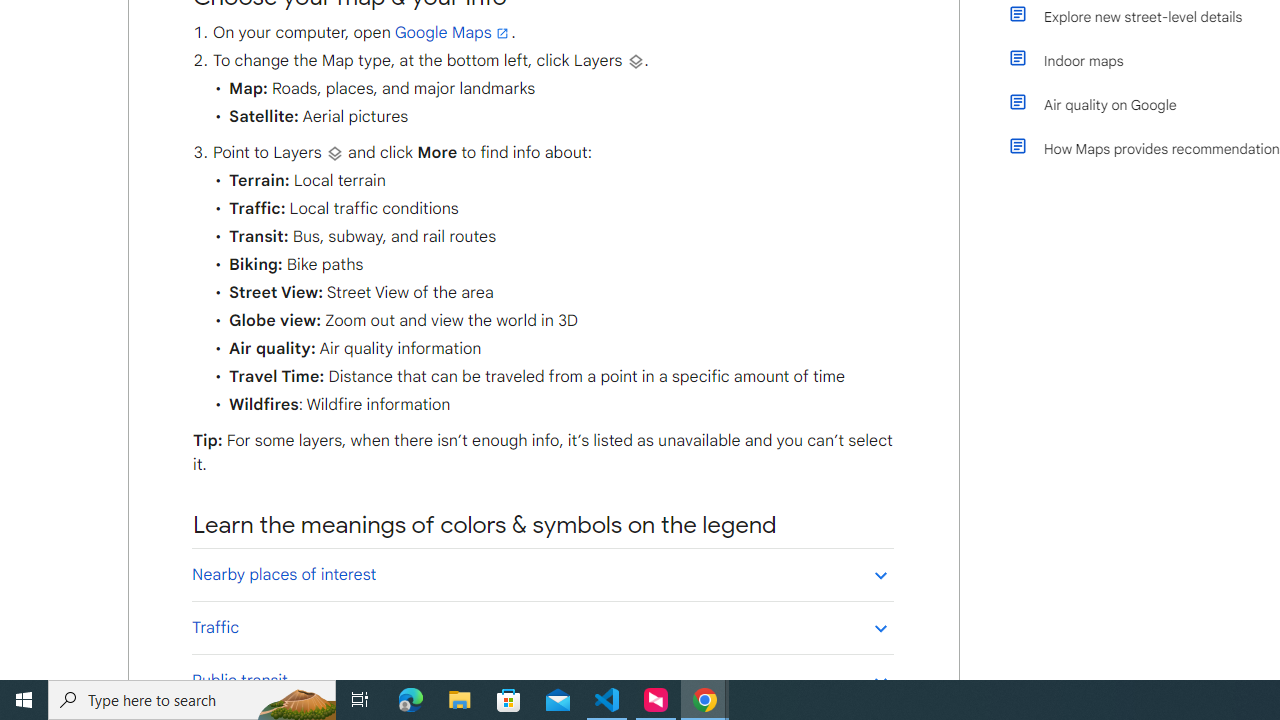  What do you see at coordinates (542, 626) in the screenshot?
I see `'Traffic'` at bounding box center [542, 626].